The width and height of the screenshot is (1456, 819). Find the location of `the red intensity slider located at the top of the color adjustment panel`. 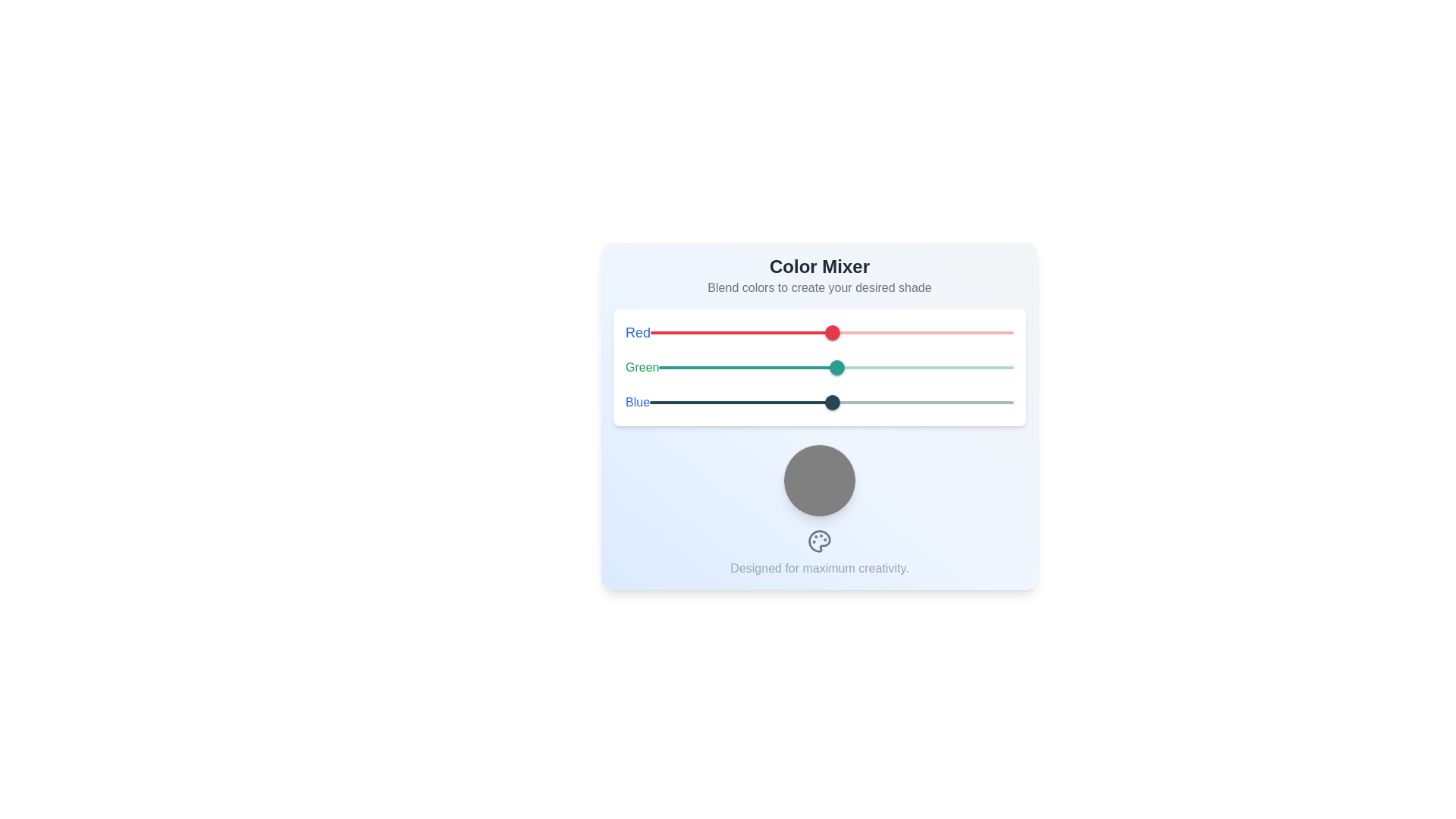

the red intensity slider located at the top of the color adjustment panel is located at coordinates (818, 332).